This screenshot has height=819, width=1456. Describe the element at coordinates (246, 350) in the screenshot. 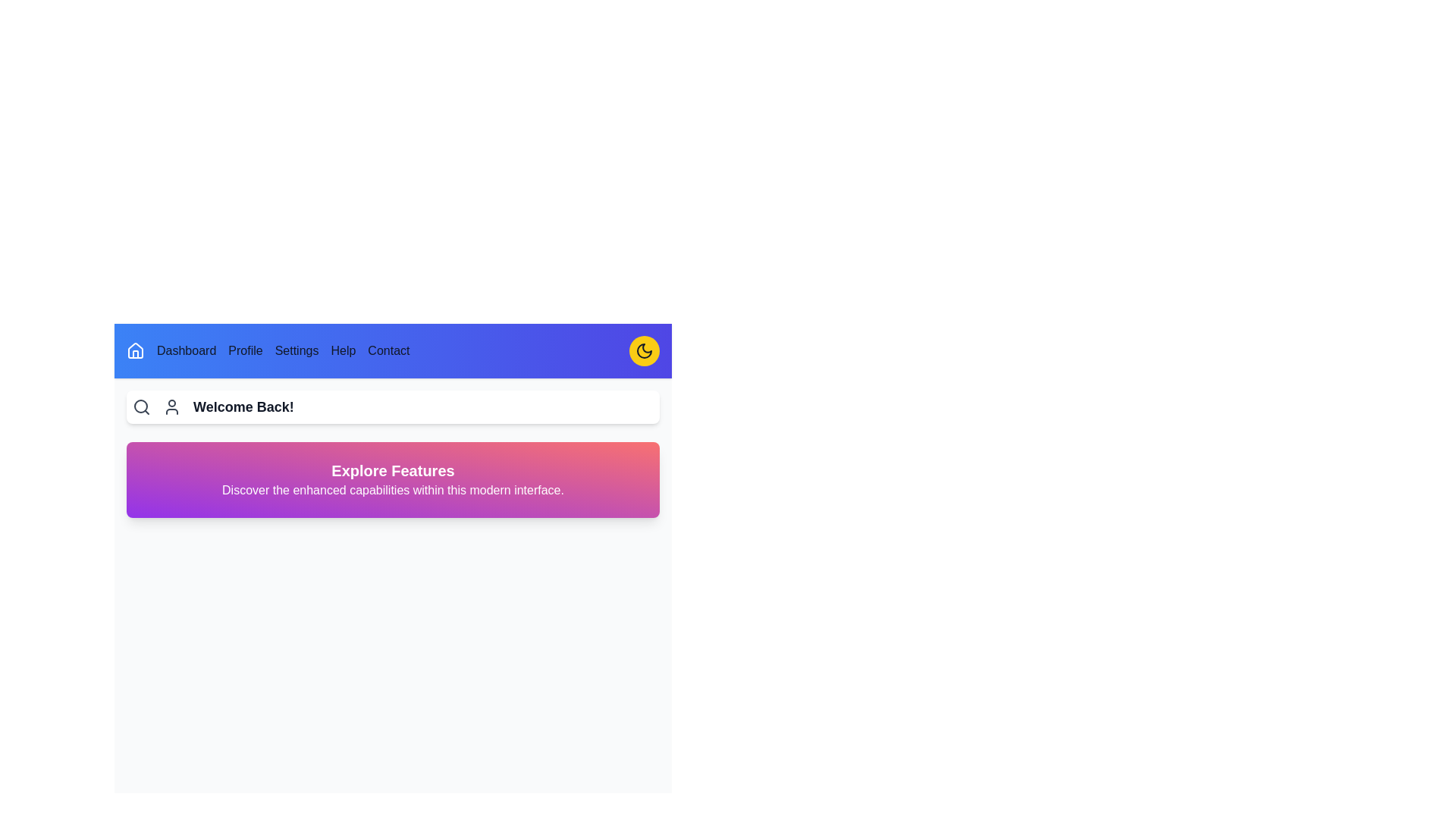

I see `the navigation menu item Profile` at that location.